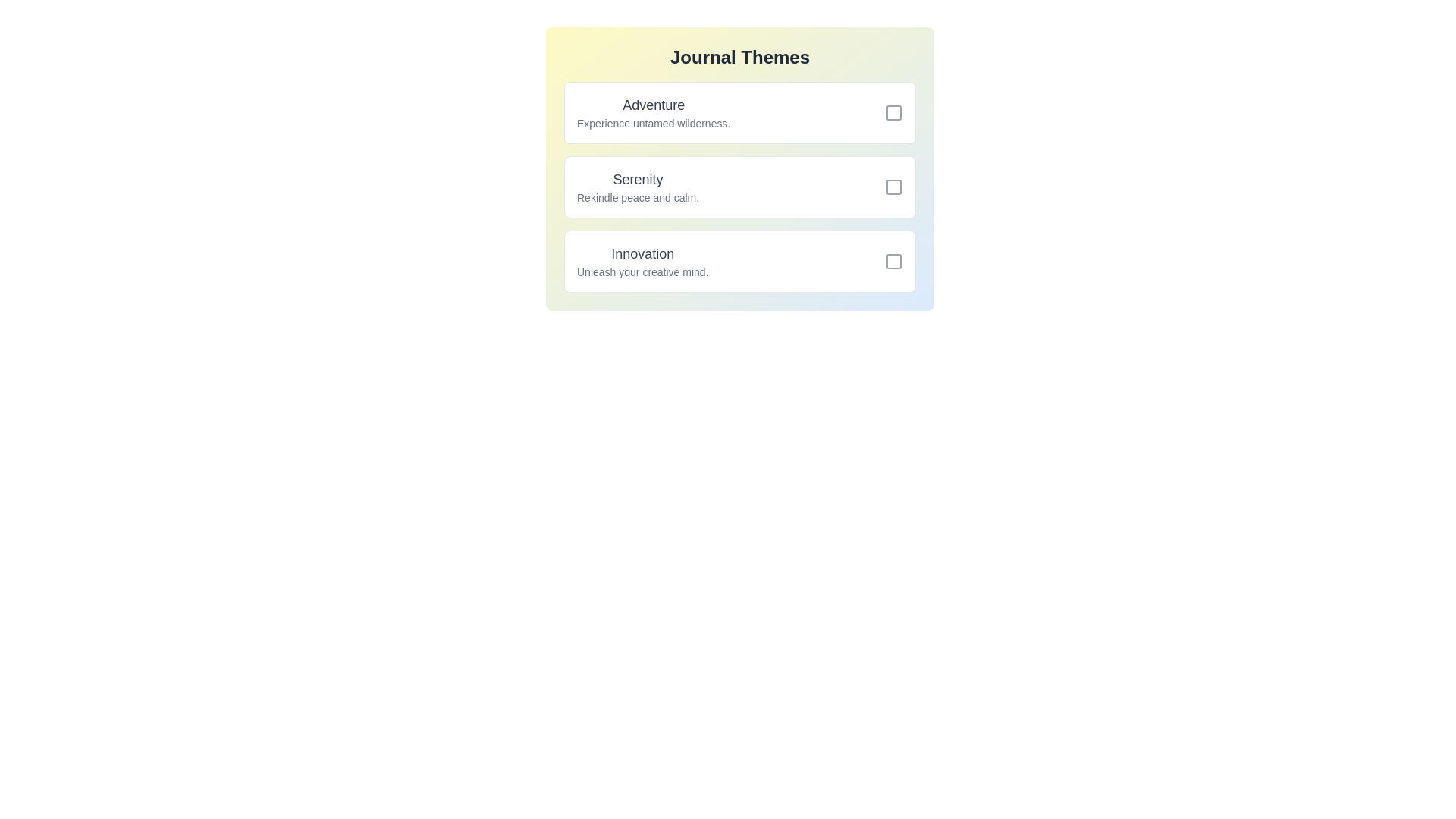  Describe the element at coordinates (638, 178) in the screenshot. I see `the text label 'Serenity' which is styled with a medium-sized font and gray color, located within the second card under the header 'Journal Themes'` at that location.